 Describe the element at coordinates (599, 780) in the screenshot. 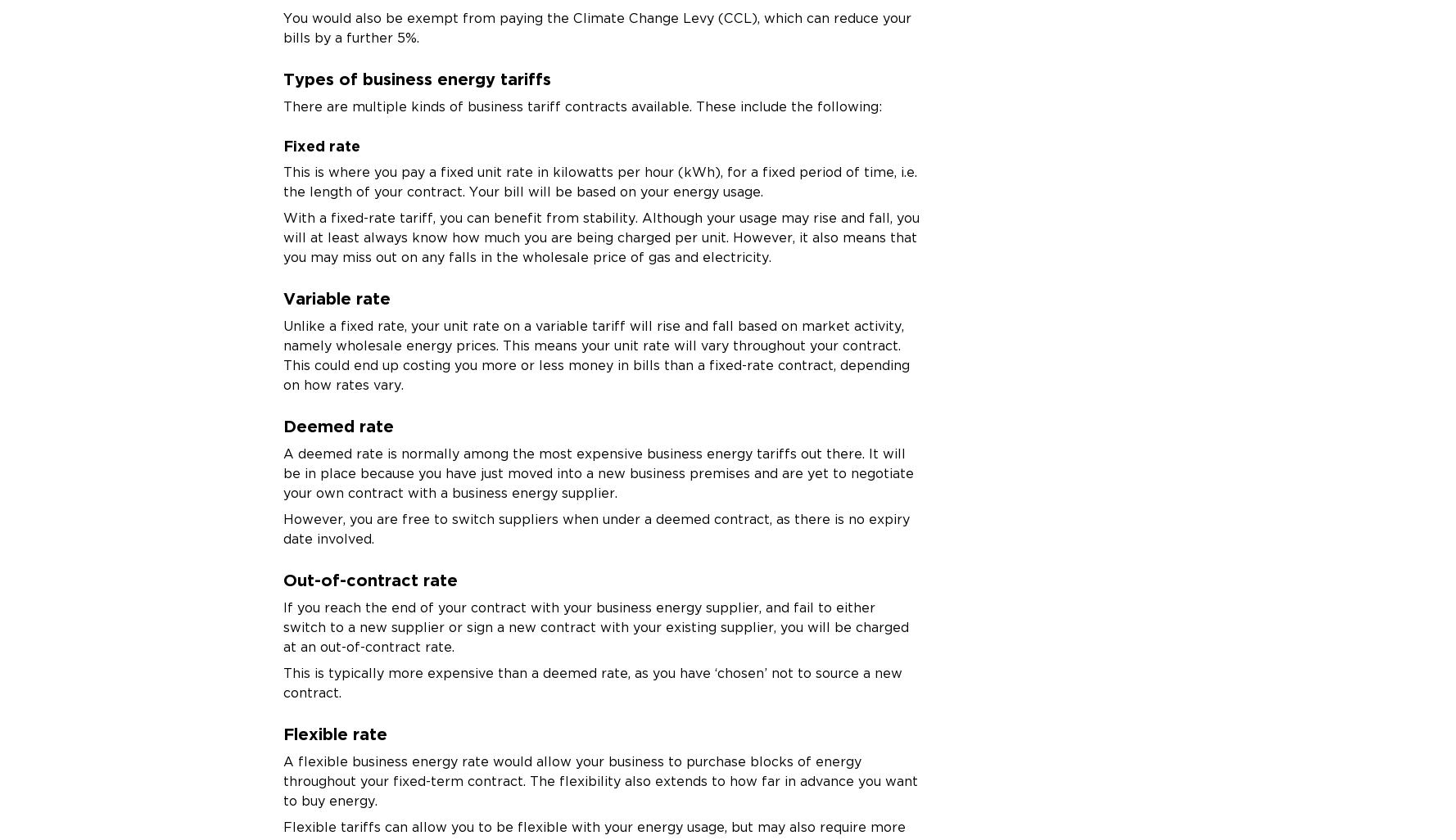

I see `'A flexible business energy rate would allow your business to purchase blocks of energy throughout your fixed-term contract. The flexibility also extends to how far in advance you want to buy energy.'` at that location.